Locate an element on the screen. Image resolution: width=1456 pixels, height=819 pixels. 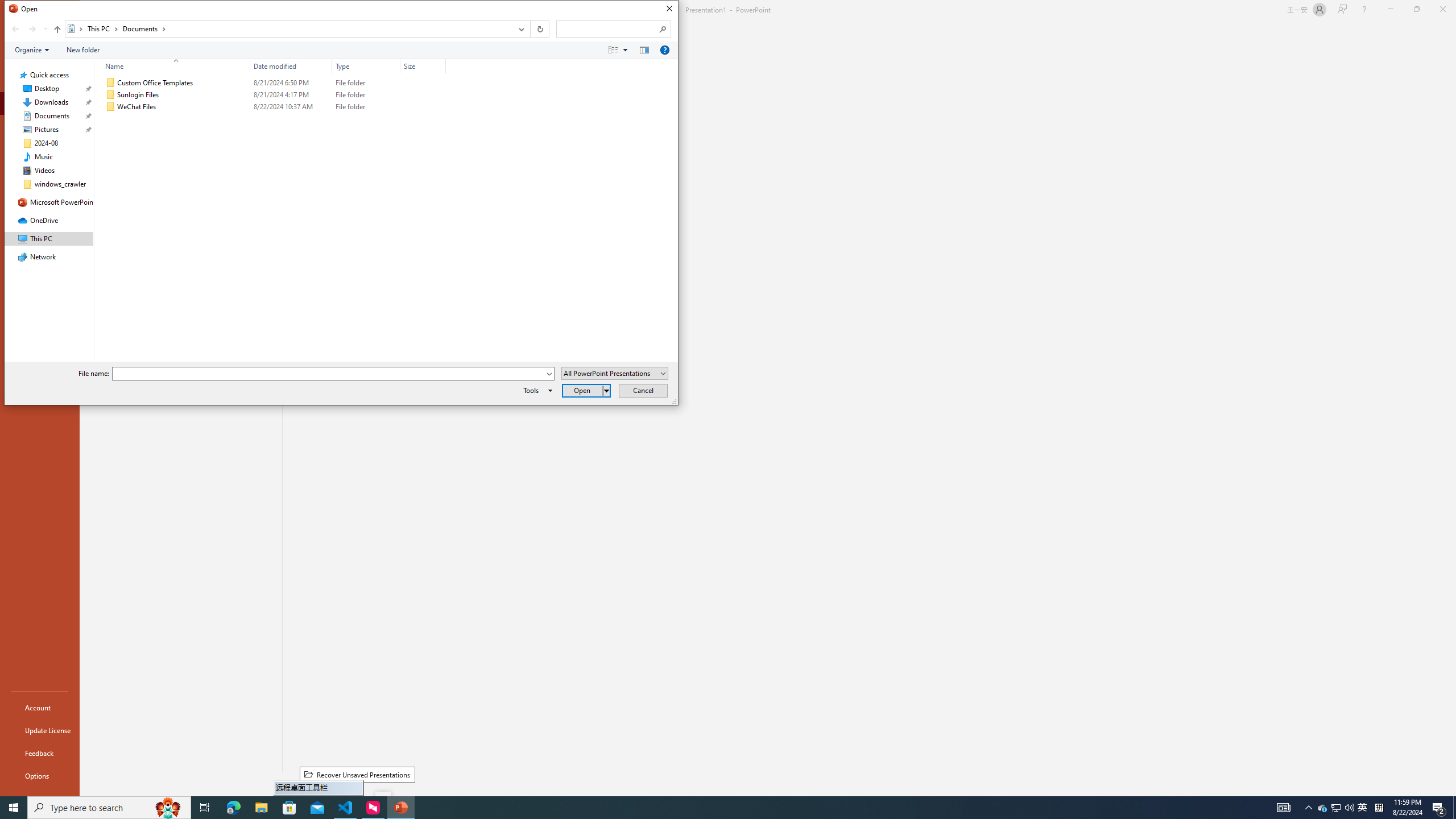
'Recover Unsaved Presentations' is located at coordinates (357, 775).